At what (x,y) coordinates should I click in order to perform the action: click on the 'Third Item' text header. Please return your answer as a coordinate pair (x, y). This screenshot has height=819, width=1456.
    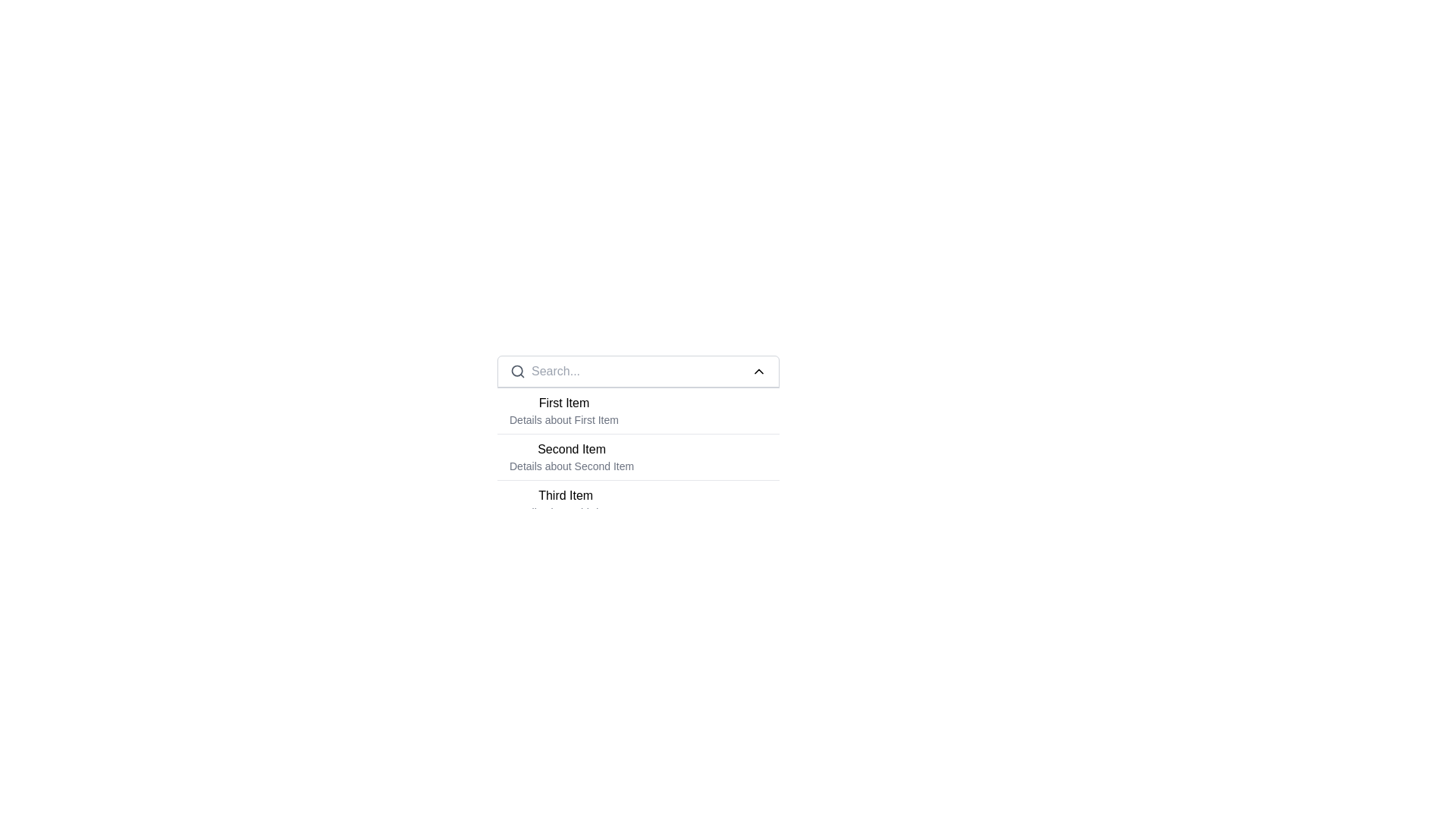
    Looking at the image, I should click on (565, 496).